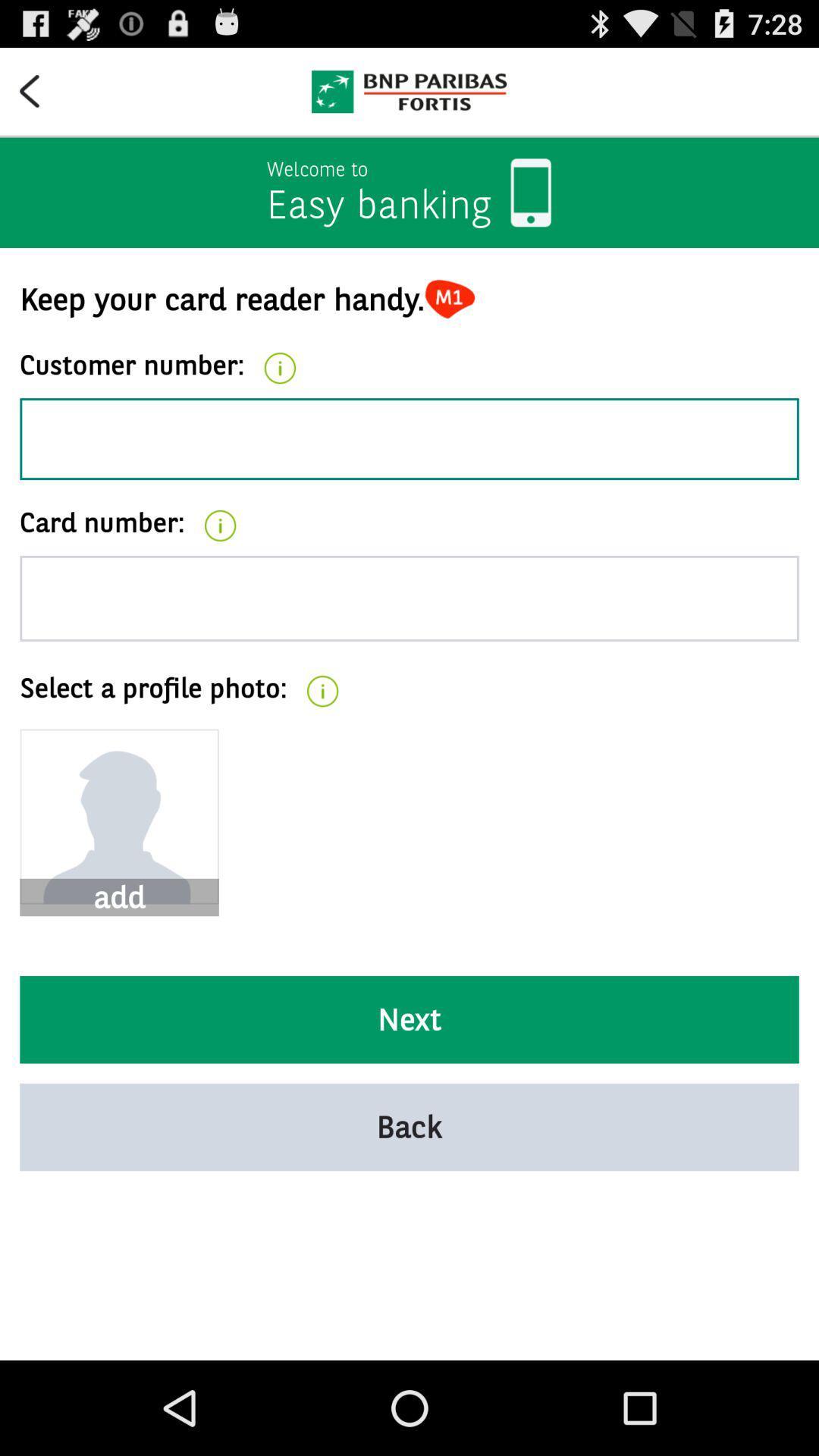  What do you see at coordinates (220, 562) in the screenshot?
I see `the info icon` at bounding box center [220, 562].